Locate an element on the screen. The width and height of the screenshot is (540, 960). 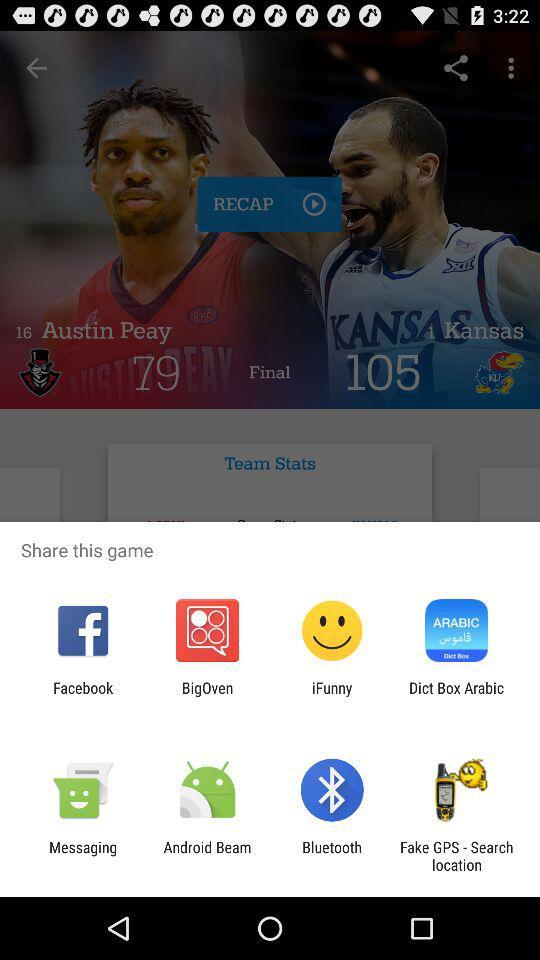
the app to the right of messaging is located at coordinates (206, 855).